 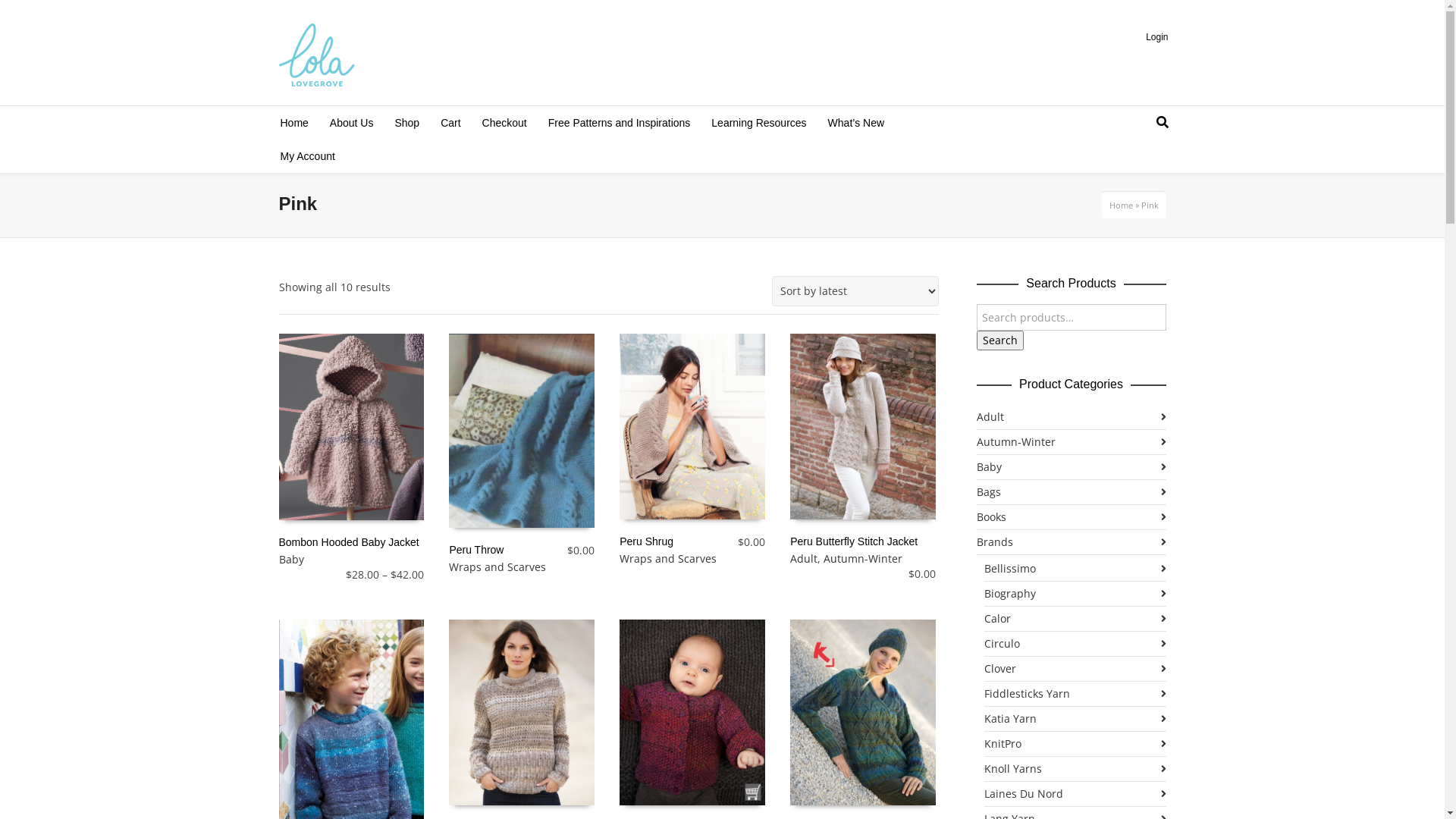 What do you see at coordinates (348, 541) in the screenshot?
I see `'Bombon Hooded Baby Jacket'` at bounding box center [348, 541].